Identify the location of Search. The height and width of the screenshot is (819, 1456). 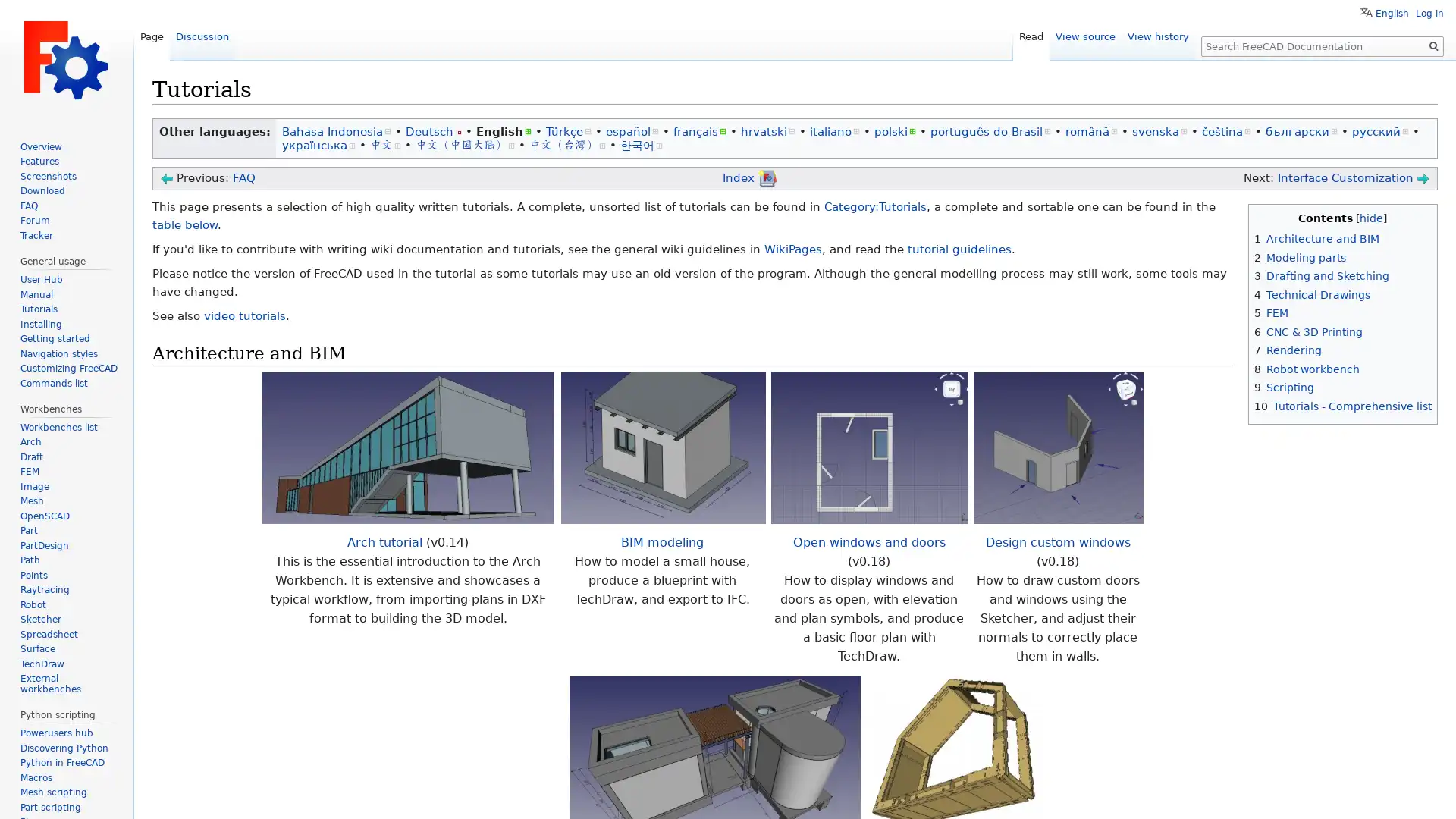
(1433, 45).